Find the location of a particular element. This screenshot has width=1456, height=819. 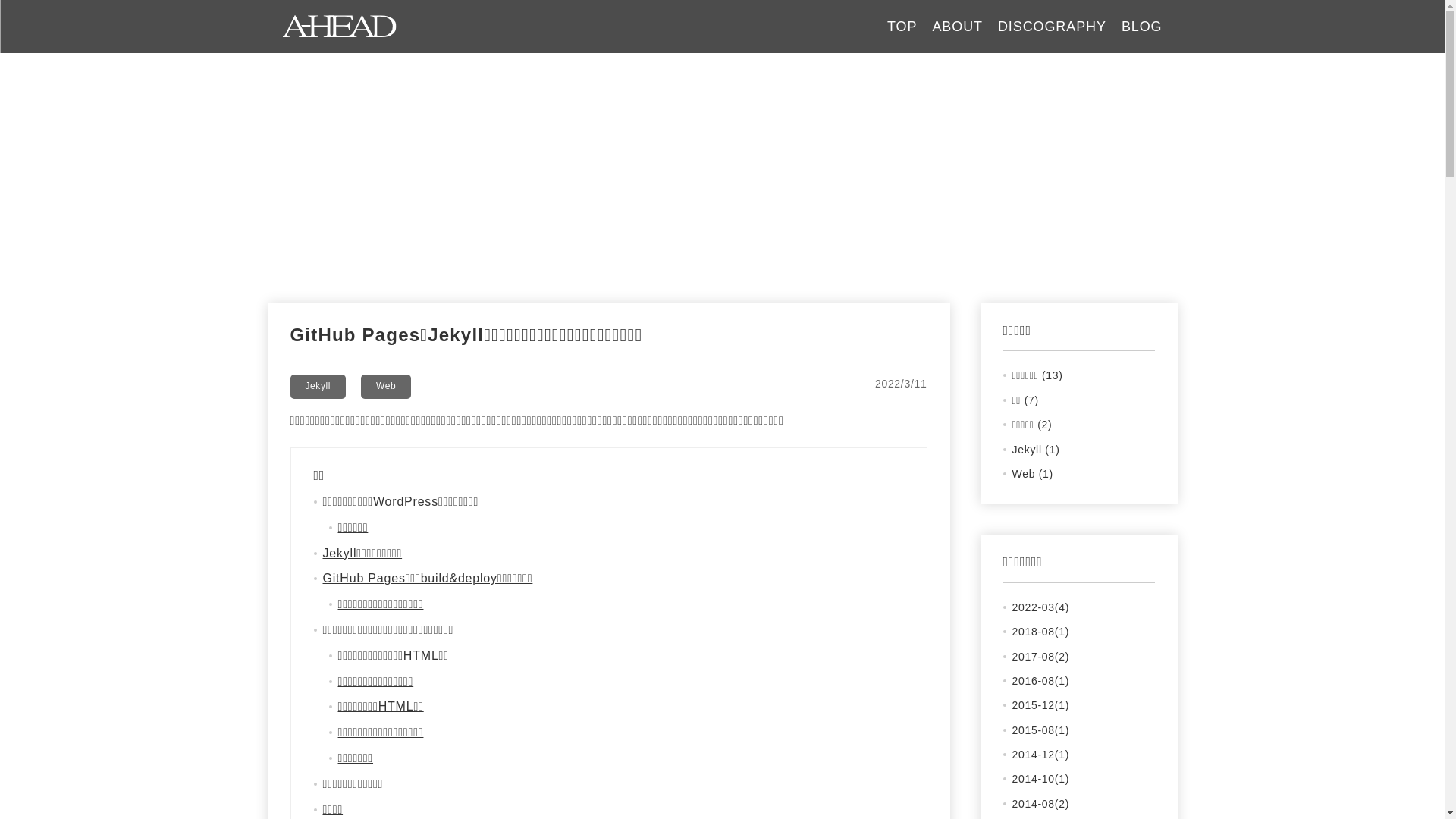

'Web' is located at coordinates (359, 385).